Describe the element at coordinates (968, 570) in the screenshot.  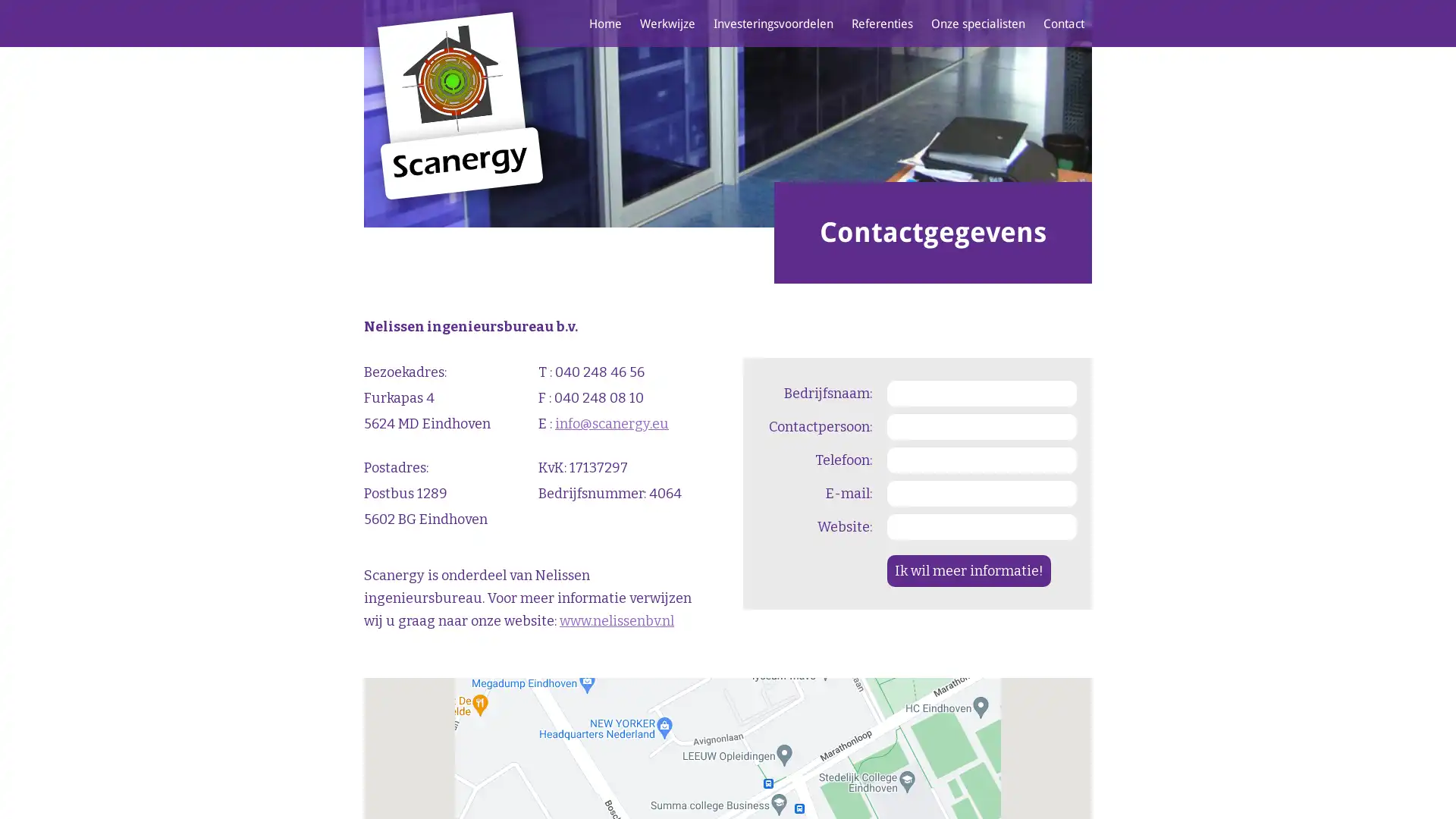
I see `Ik wil meer informatie!` at that location.